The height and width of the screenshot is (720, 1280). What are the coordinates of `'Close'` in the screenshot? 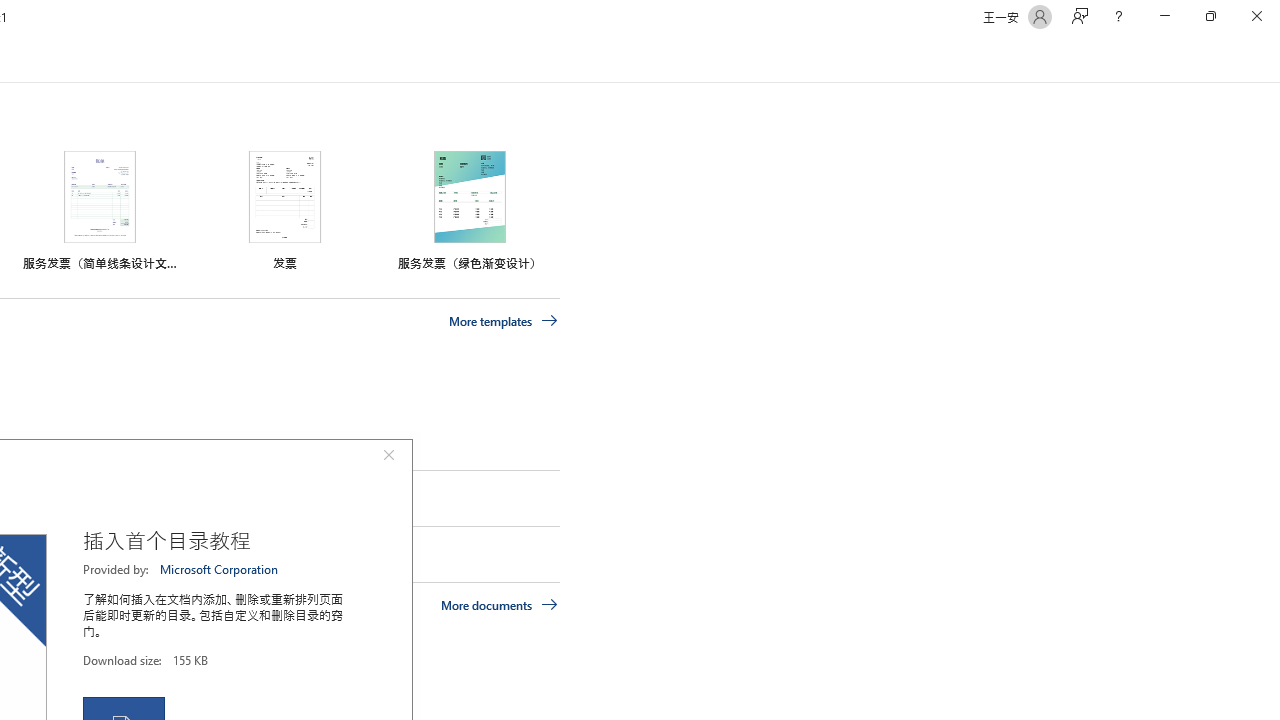 It's located at (1255, 16).